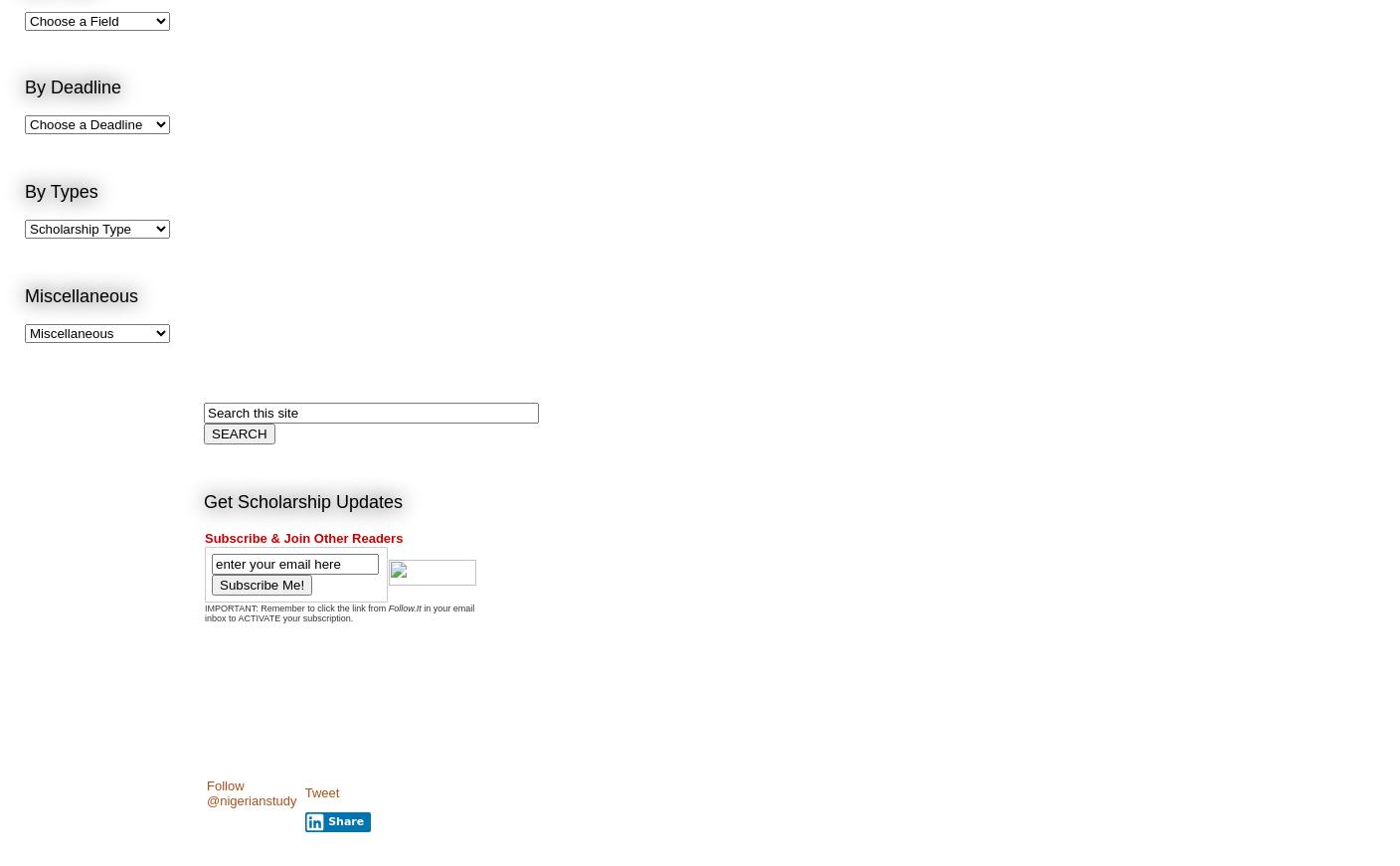 Image resolution: width=1400 pixels, height=866 pixels. What do you see at coordinates (339, 610) in the screenshot?
I see `'in your email inbox to ACTIVATE your subscription.'` at bounding box center [339, 610].